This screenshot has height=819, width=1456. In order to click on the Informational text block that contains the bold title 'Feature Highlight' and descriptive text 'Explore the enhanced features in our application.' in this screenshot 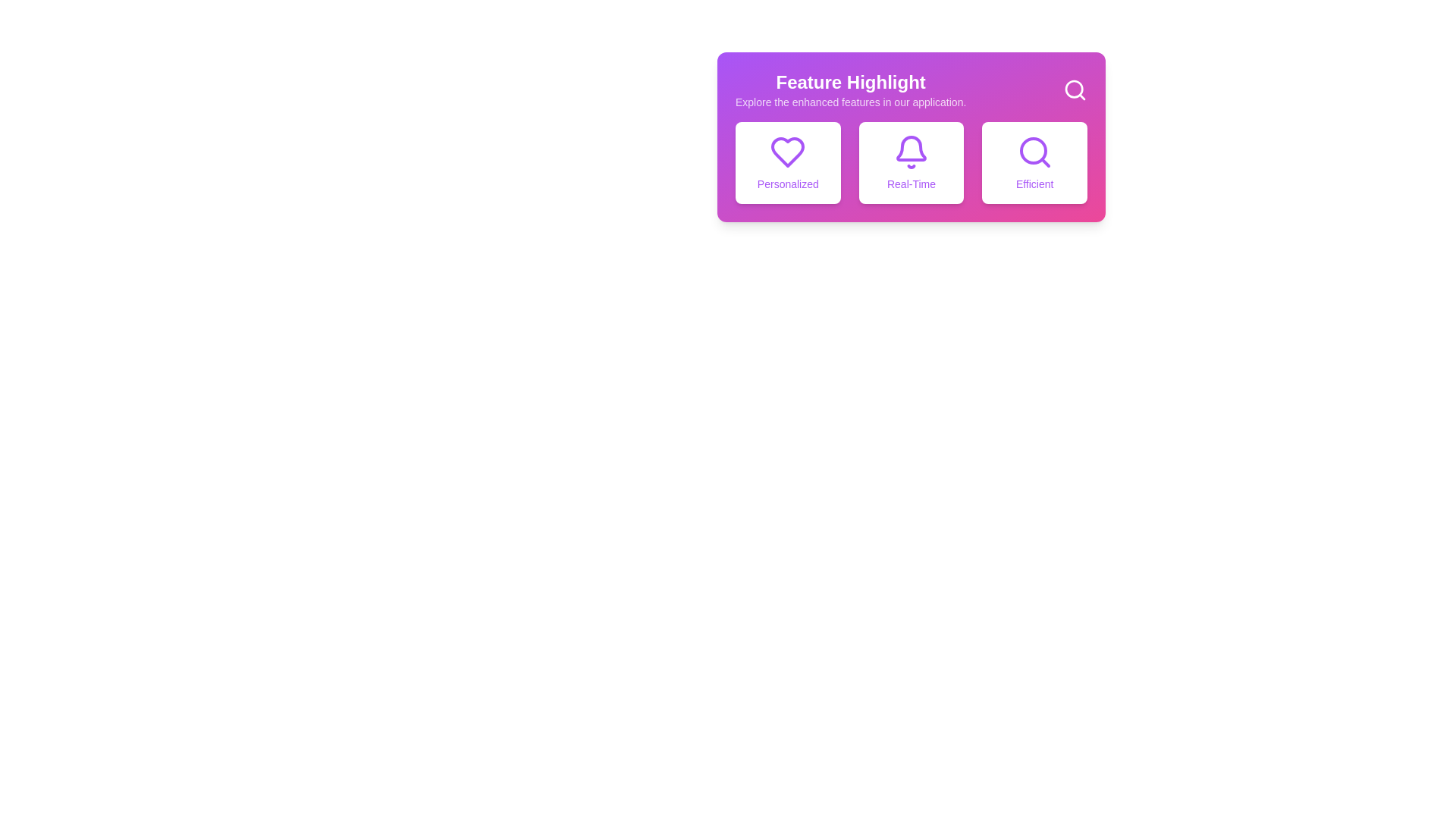, I will do `click(851, 90)`.